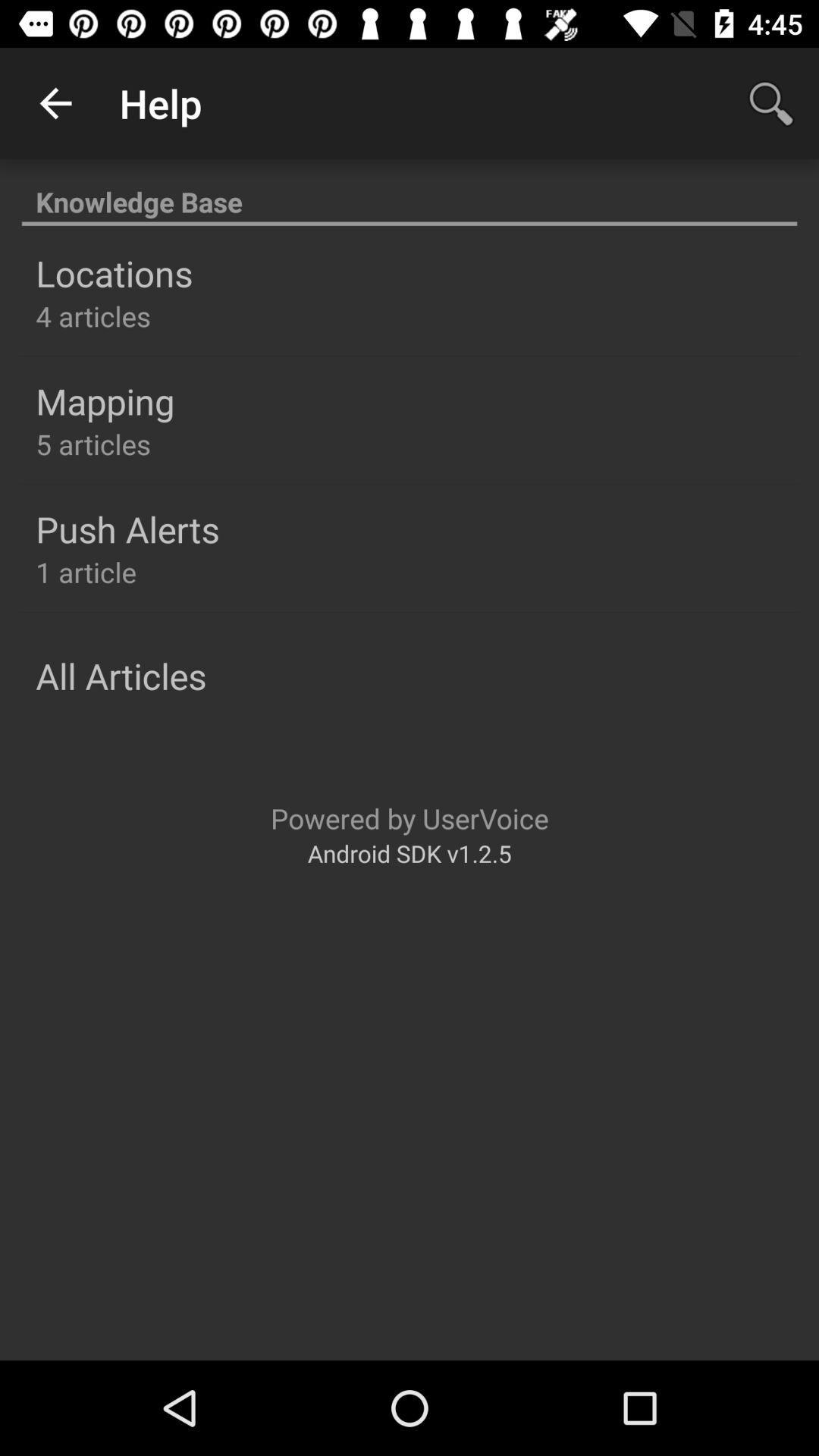 The image size is (819, 1456). What do you see at coordinates (86, 571) in the screenshot?
I see `item below push alerts` at bounding box center [86, 571].